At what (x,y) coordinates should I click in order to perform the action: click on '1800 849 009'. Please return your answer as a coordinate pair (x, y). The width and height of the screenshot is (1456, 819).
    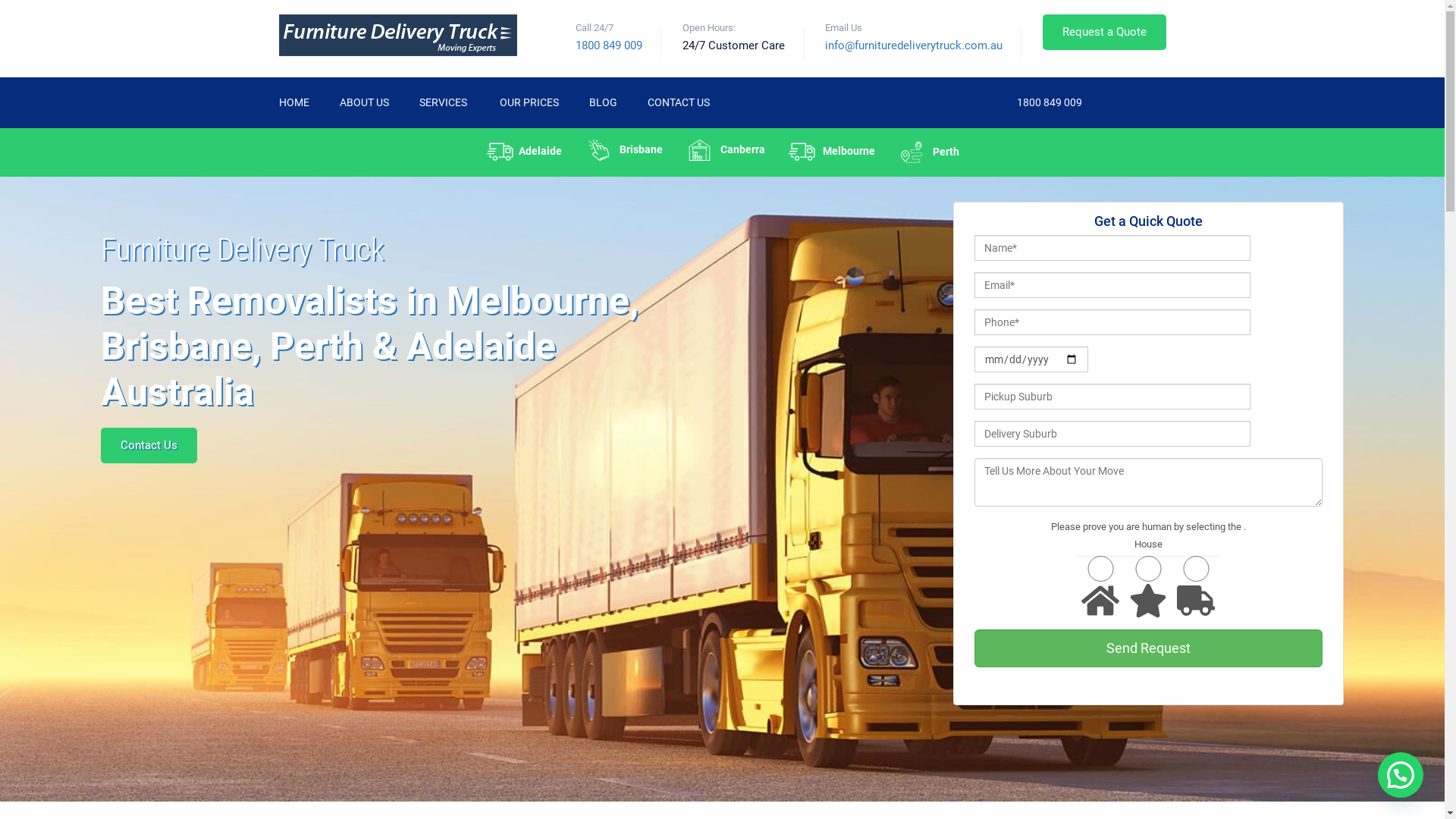
    Looking at the image, I should click on (1047, 102).